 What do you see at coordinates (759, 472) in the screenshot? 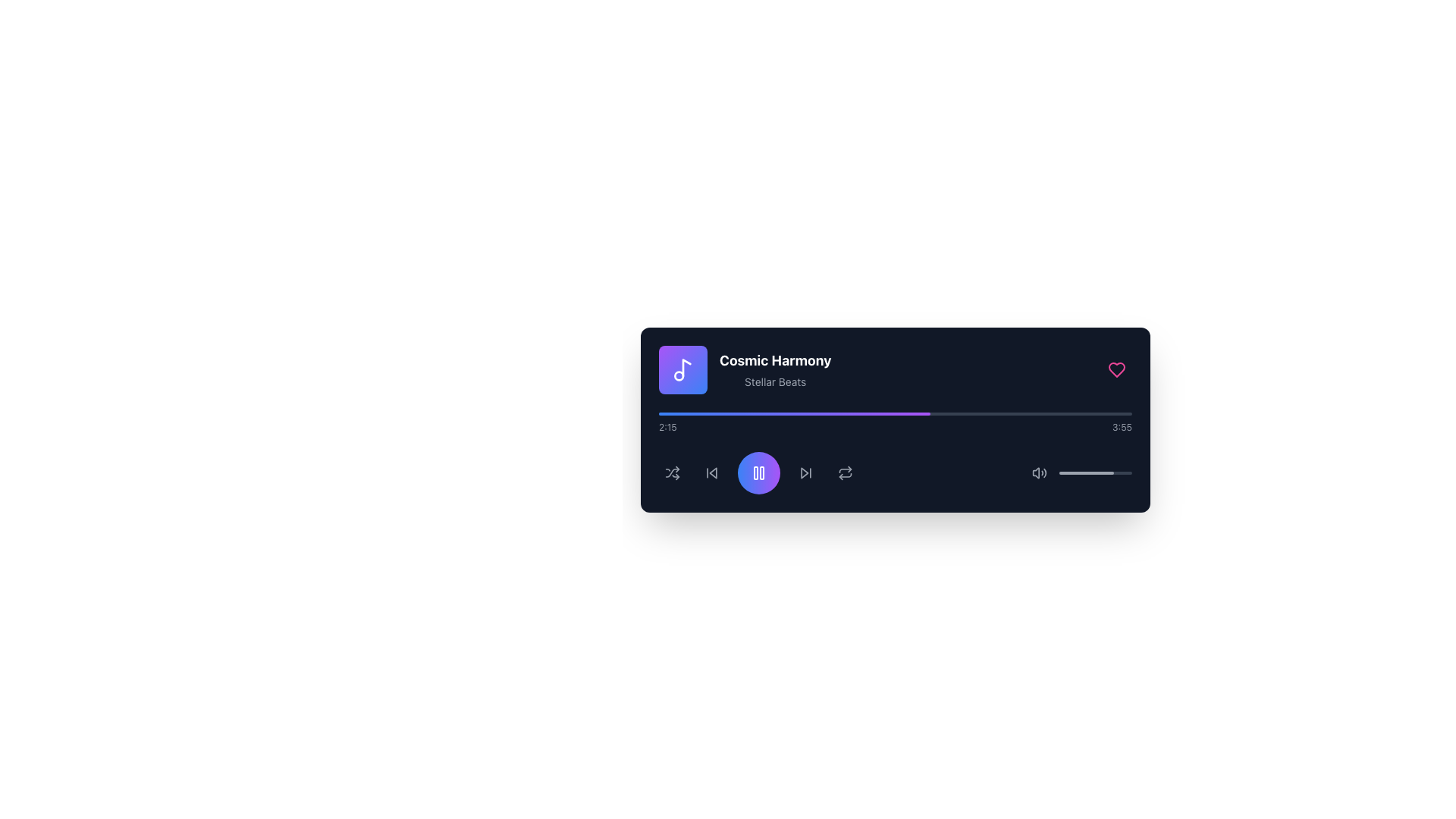
I see `the circular button located at the bottom center of the audio player interface` at bounding box center [759, 472].